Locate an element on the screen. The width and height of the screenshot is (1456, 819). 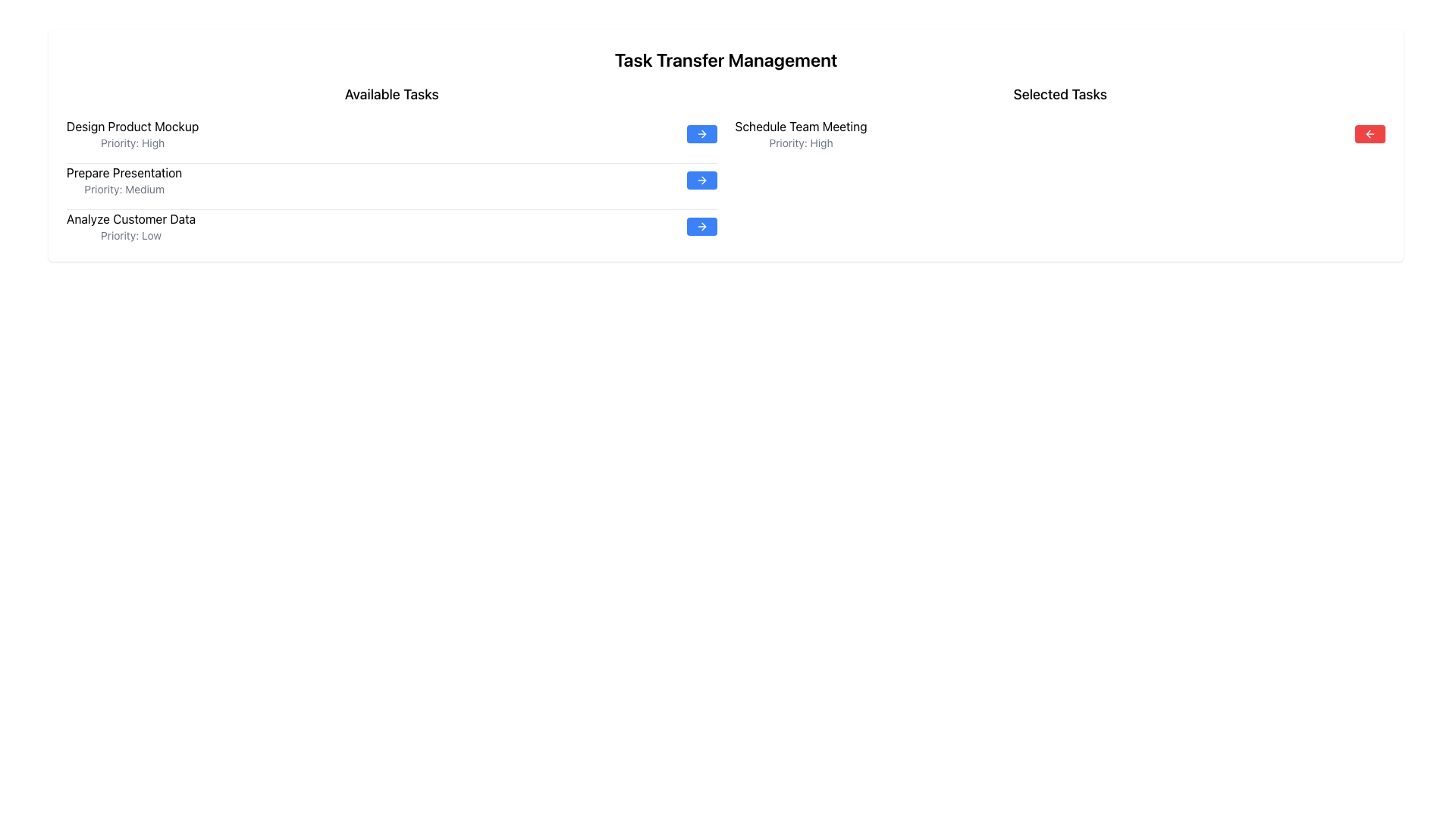
the triangular part of the rightward-pointing arrow icon in the 'Available Tasks' column next to the task 'Analyze Customer Data' is located at coordinates (702, 227).